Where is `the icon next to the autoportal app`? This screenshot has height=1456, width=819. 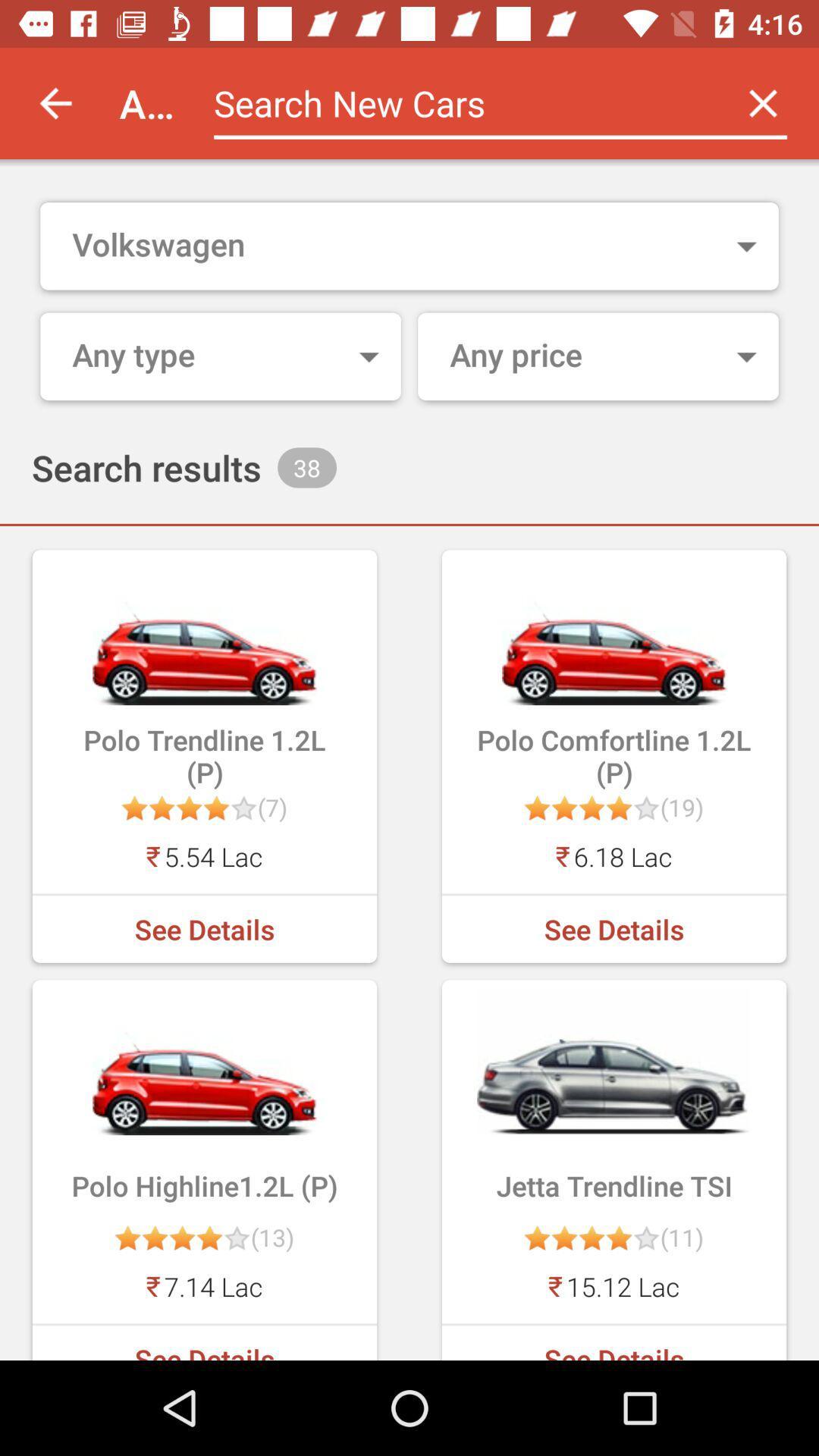 the icon next to the autoportal app is located at coordinates (55, 102).